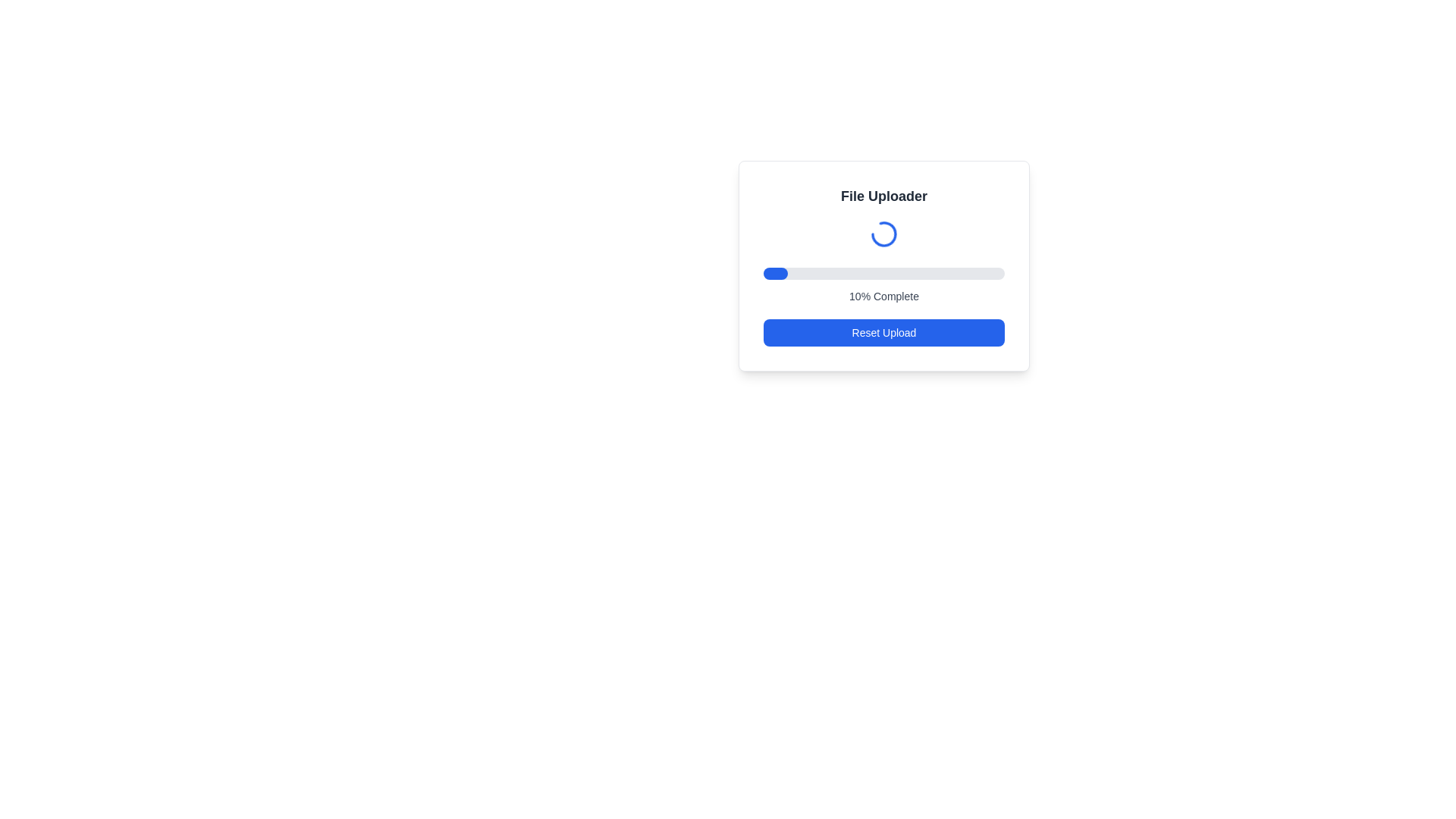 This screenshot has height=819, width=1456. What do you see at coordinates (884, 234) in the screenshot?
I see `the animated spinner element, which is a circular blue ring with a gap, located at the top-middle of the modal above the progress bar and reset button` at bounding box center [884, 234].